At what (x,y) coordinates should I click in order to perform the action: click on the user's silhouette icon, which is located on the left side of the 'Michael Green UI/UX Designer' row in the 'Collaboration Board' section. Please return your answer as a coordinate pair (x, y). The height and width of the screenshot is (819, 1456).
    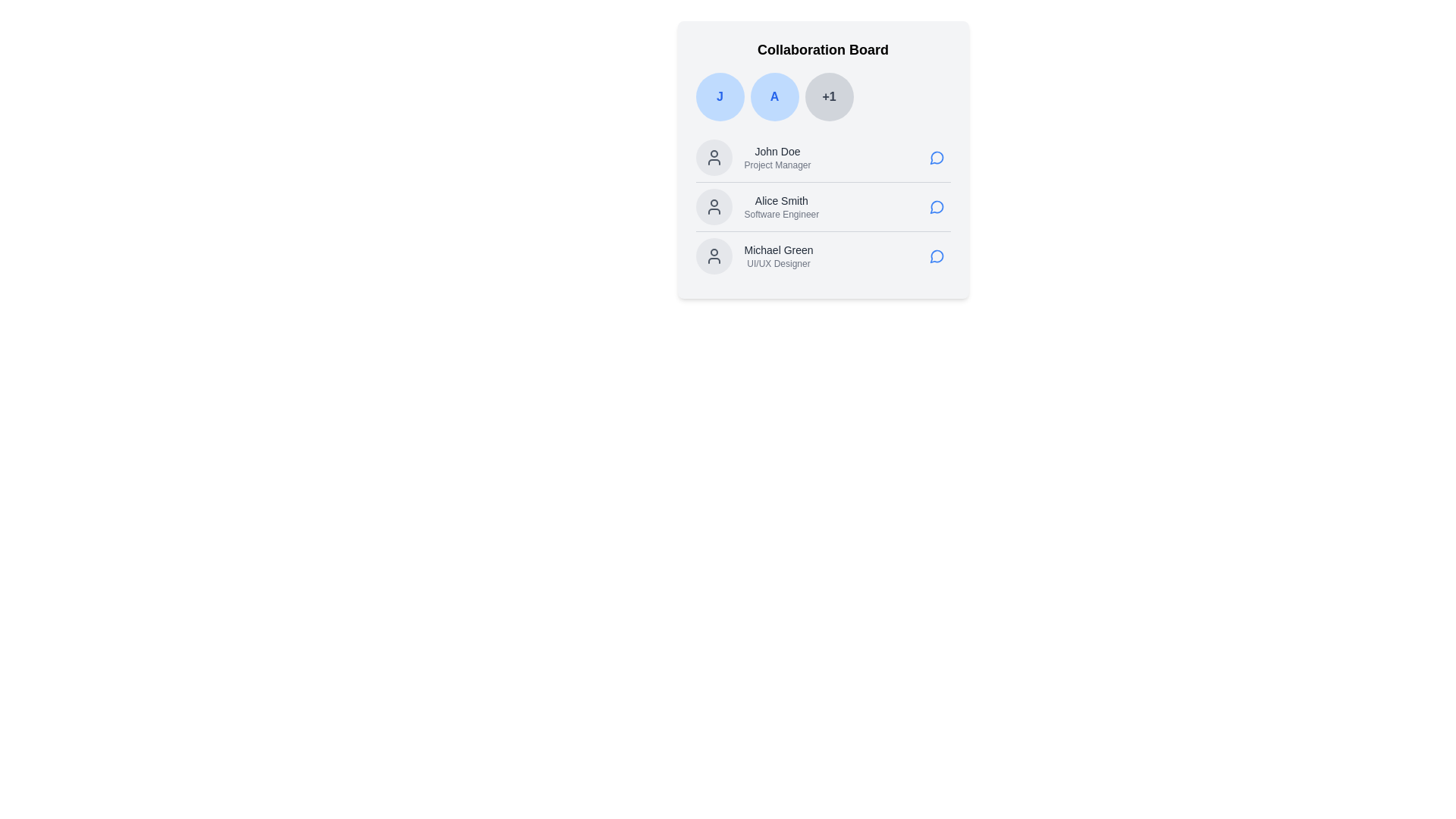
    Looking at the image, I should click on (713, 256).